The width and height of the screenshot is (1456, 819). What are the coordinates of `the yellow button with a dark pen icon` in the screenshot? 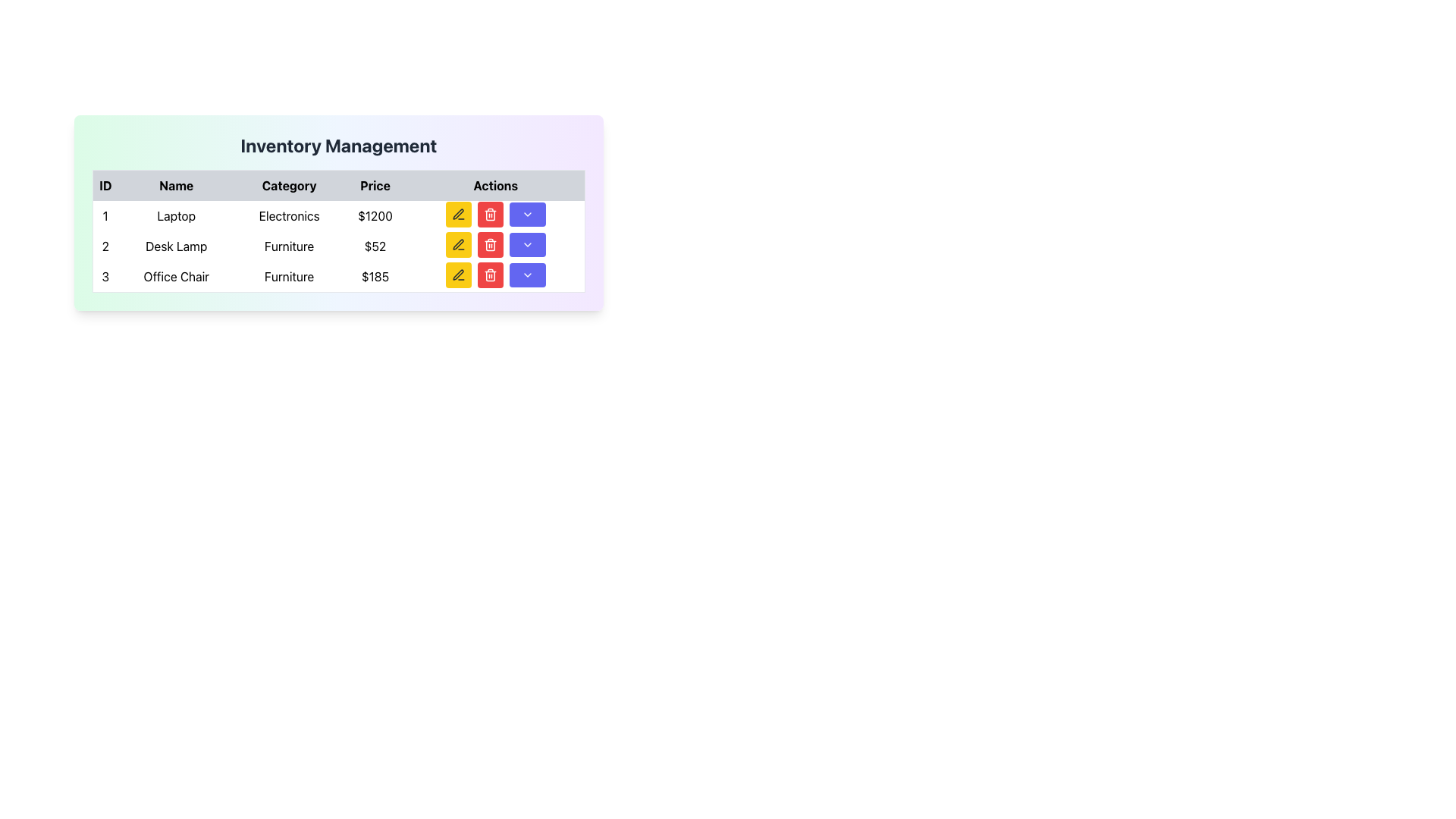 It's located at (457, 214).